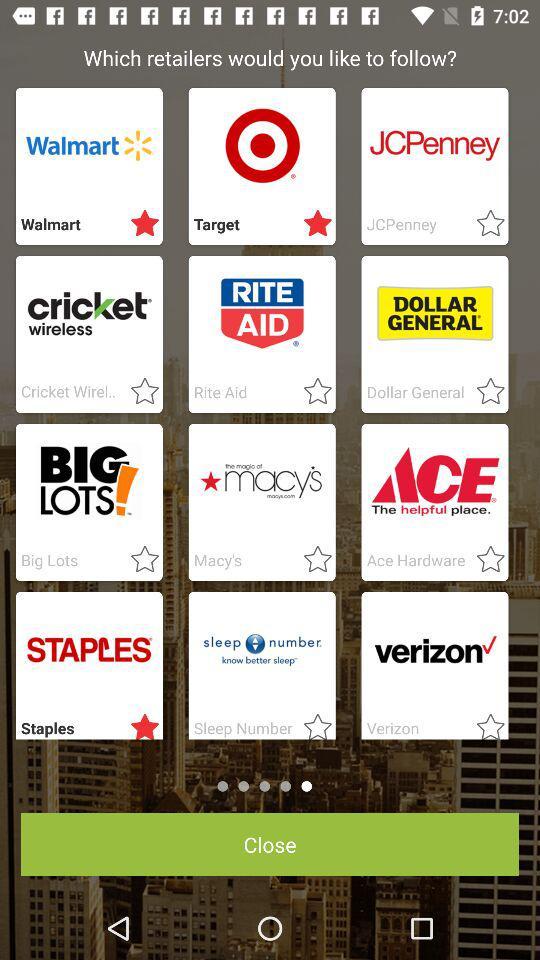  What do you see at coordinates (138, 722) in the screenshot?
I see `button` at bounding box center [138, 722].